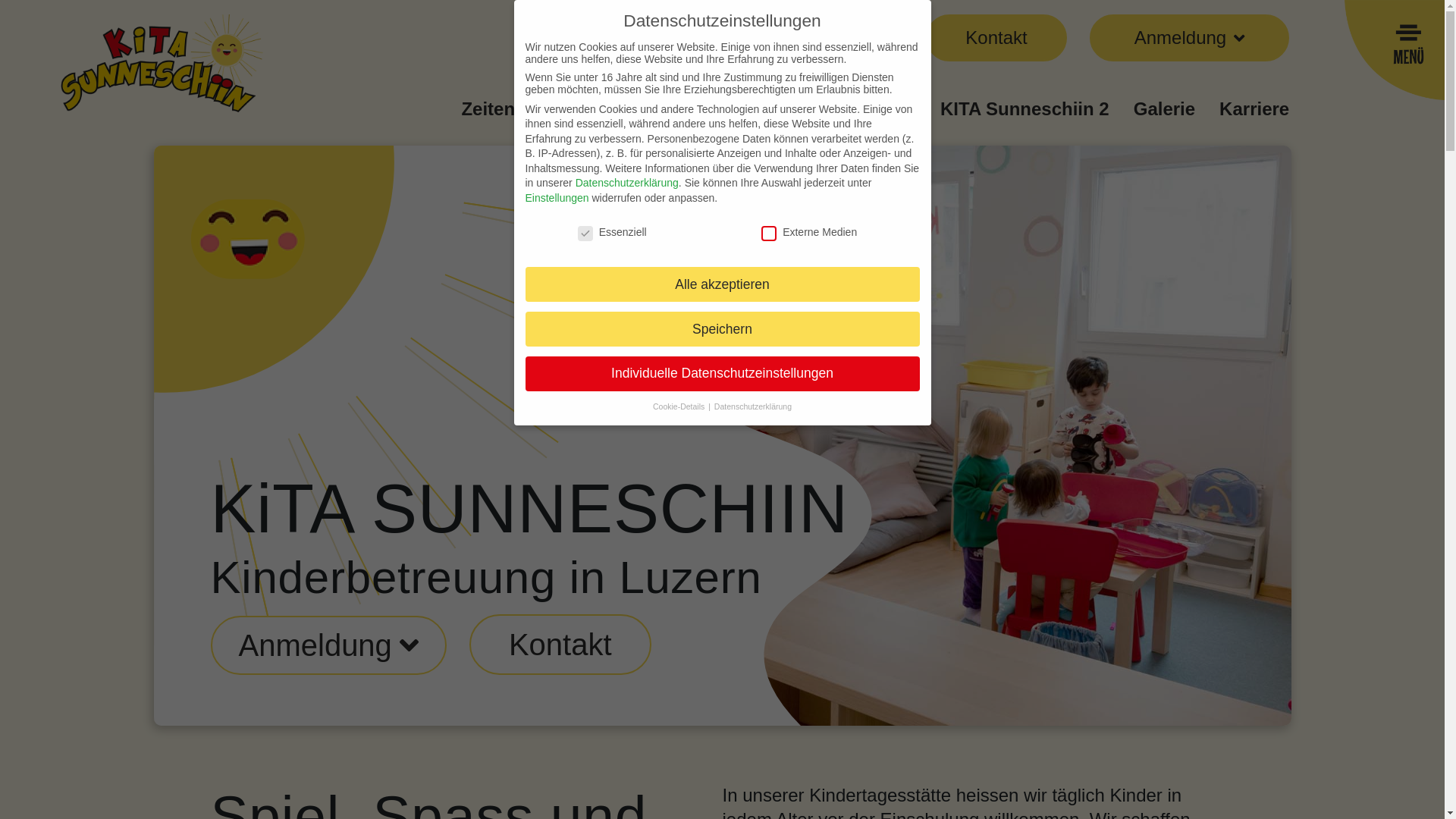 The image size is (1456, 819). What do you see at coordinates (524, 197) in the screenshot?
I see `'Einstellungen'` at bounding box center [524, 197].